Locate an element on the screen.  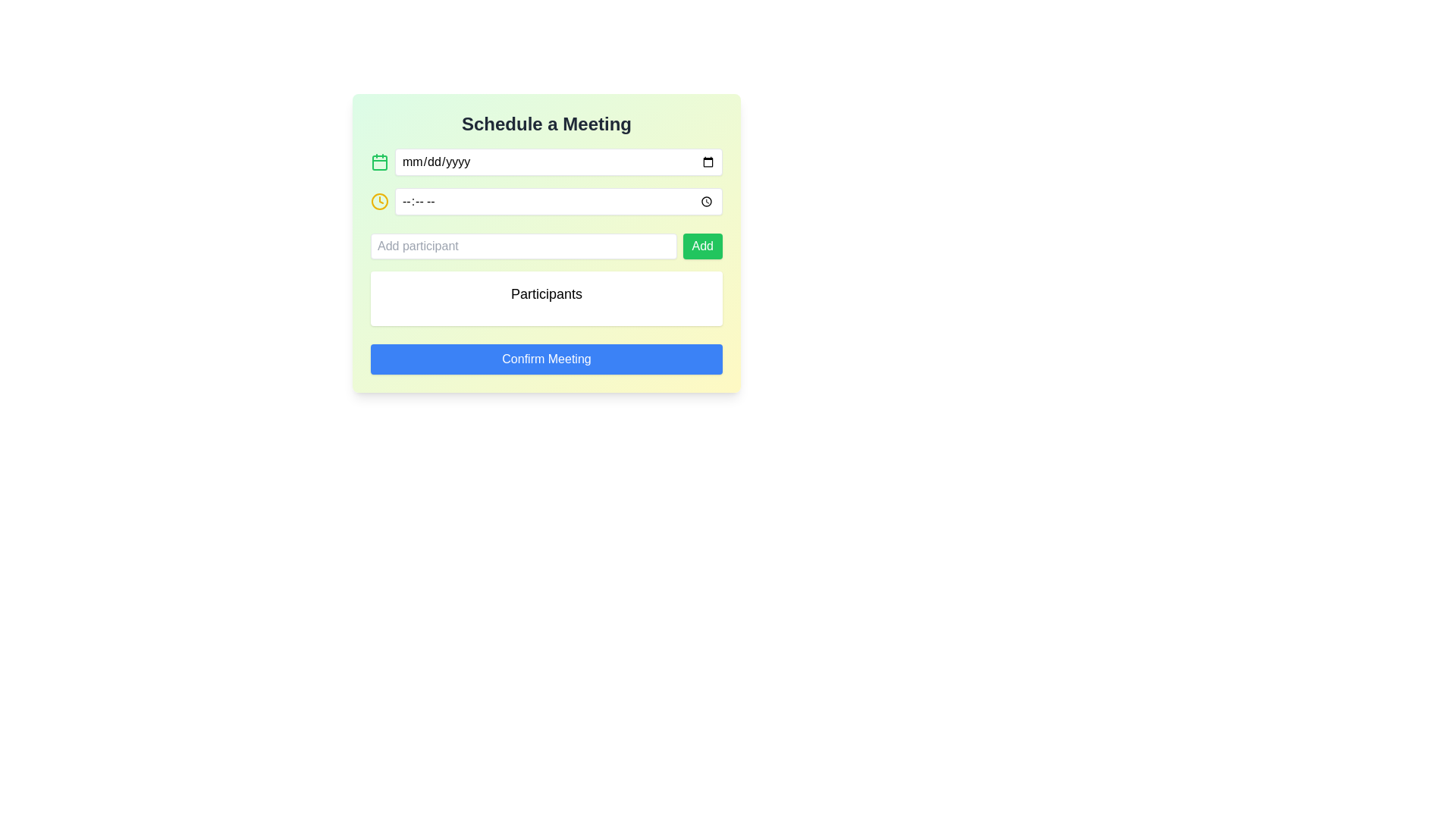
the Decorative icon (clock symbol) located to the left of the time input field within the scheduling components of the form is located at coordinates (379, 201).